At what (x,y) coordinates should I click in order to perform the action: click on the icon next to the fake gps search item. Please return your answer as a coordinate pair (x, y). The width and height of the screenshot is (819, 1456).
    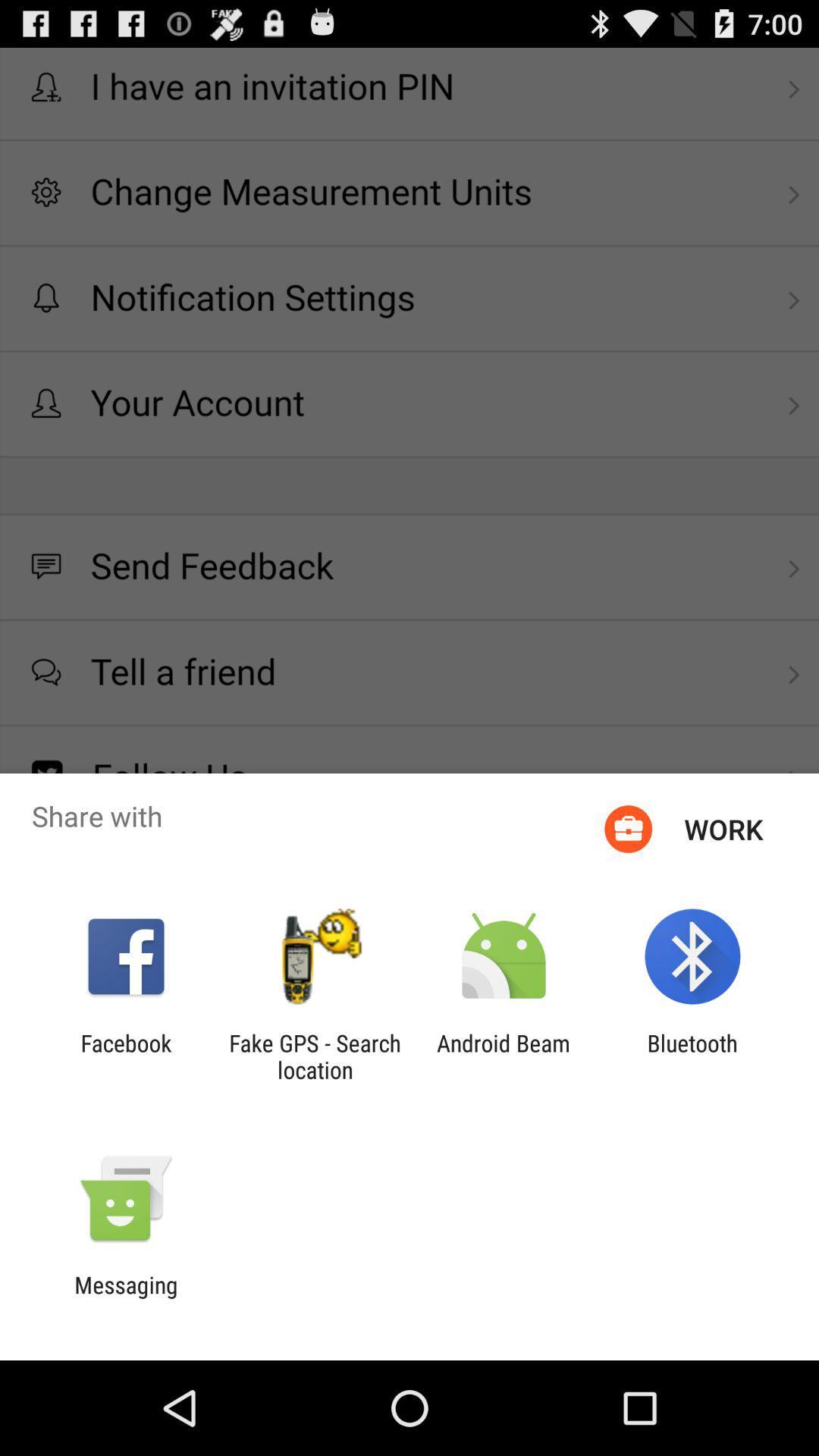
    Looking at the image, I should click on (125, 1056).